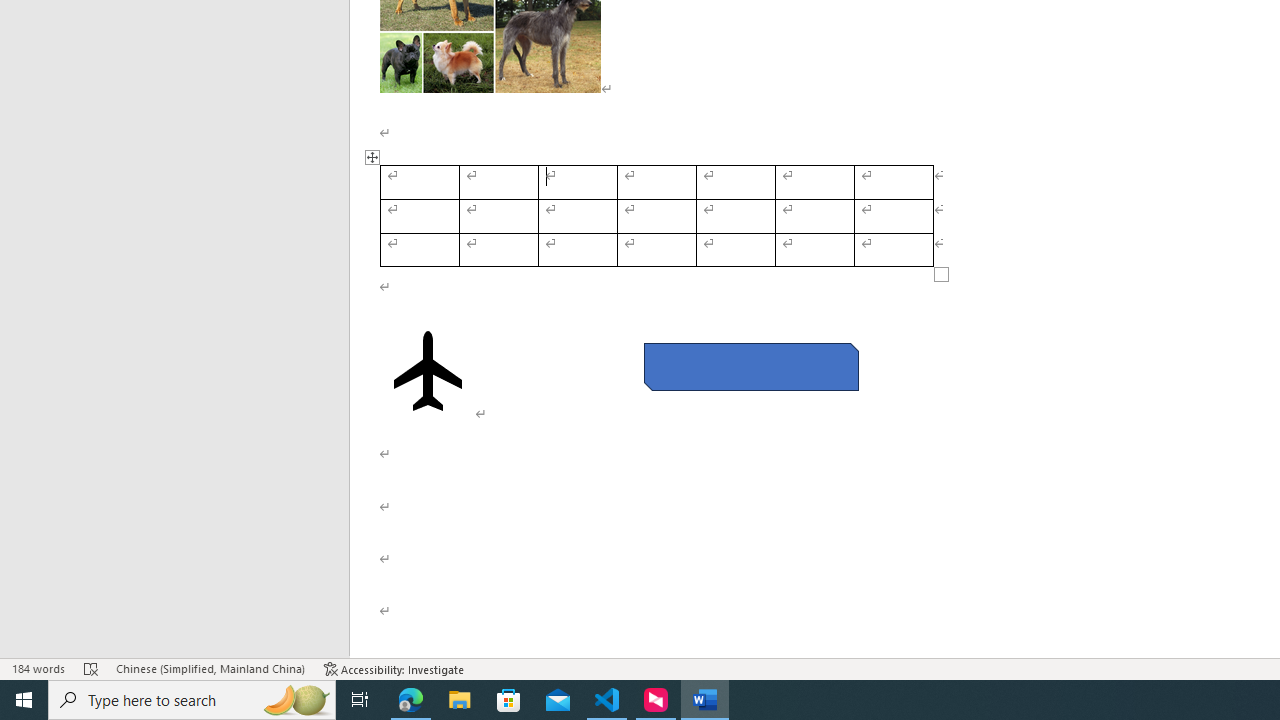 Image resolution: width=1280 pixels, height=720 pixels. What do you see at coordinates (90, 669) in the screenshot?
I see `'Spelling and Grammar Check Errors'` at bounding box center [90, 669].